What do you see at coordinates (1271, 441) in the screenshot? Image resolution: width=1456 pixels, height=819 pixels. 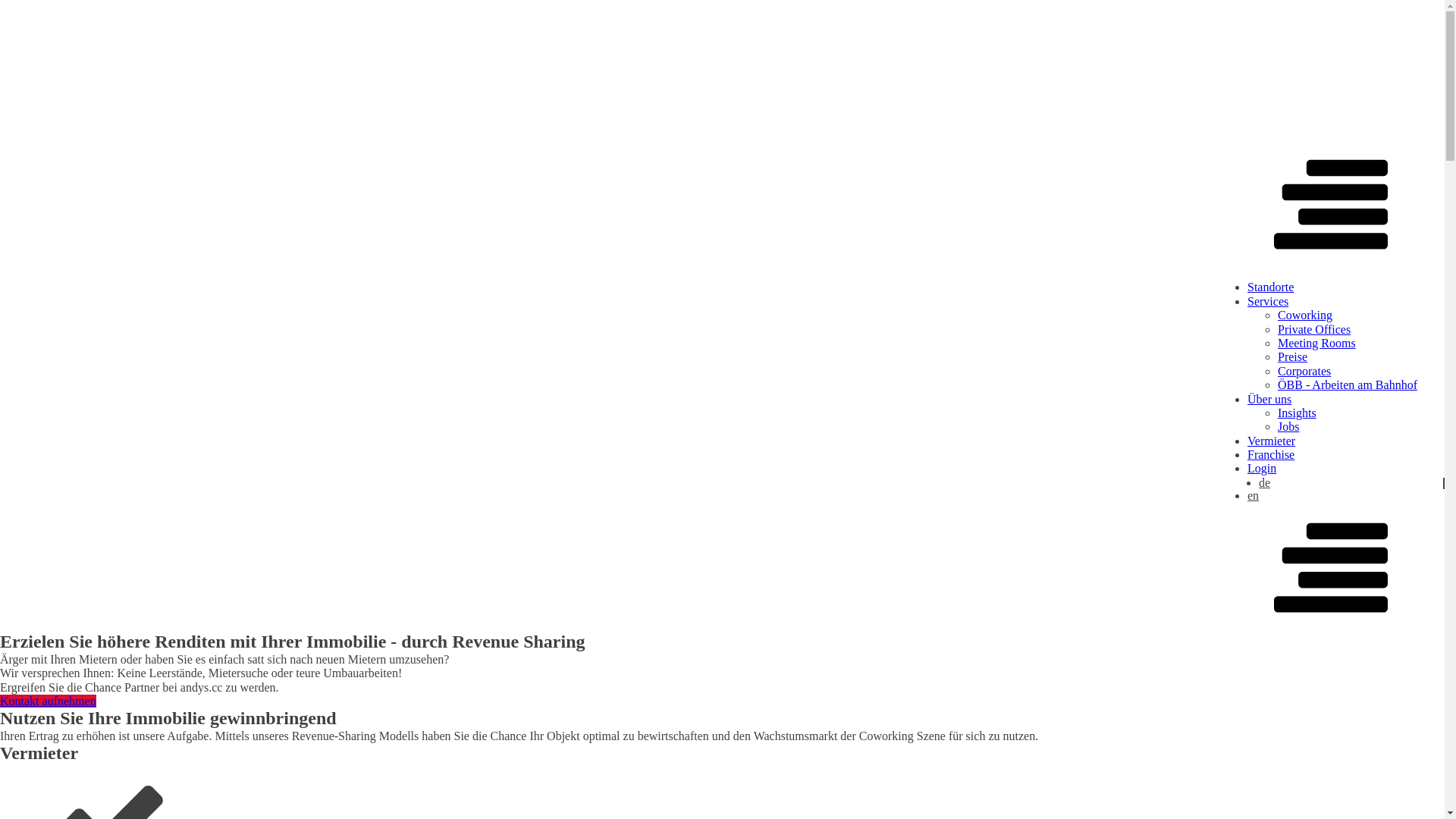 I see `'Vermieter'` at bounding box center [1271, 441].